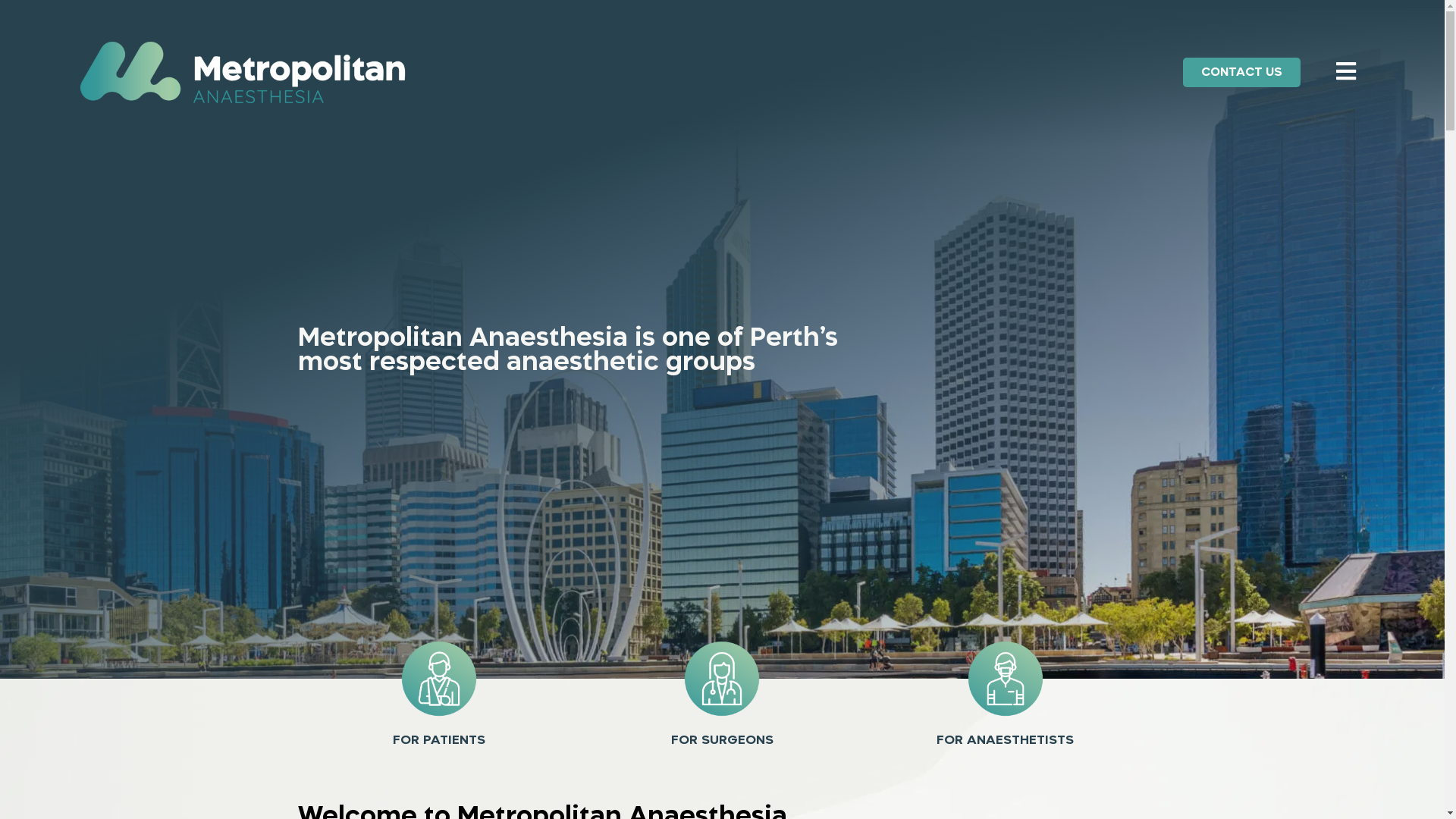 Image resolution: width=1456 pixels, height=819 pixels. What do you see at coordinates (670, 739) in the screenshot?
I see `'FOR SURGEONS'` at bounding box center [670, 739].